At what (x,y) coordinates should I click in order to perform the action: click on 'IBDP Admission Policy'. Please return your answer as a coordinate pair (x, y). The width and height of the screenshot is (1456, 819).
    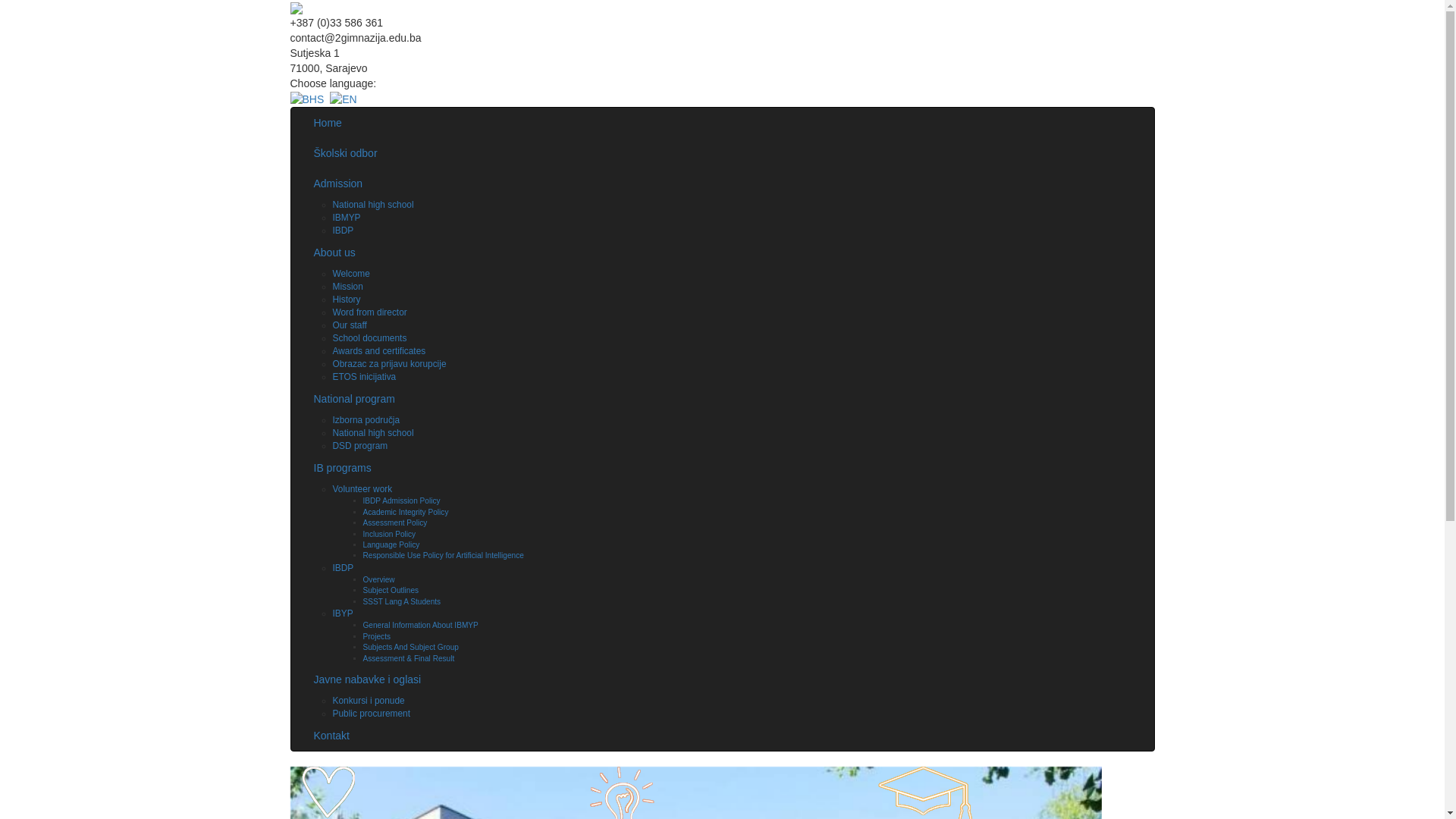
    Looking at the image, I should click on (362, 500).